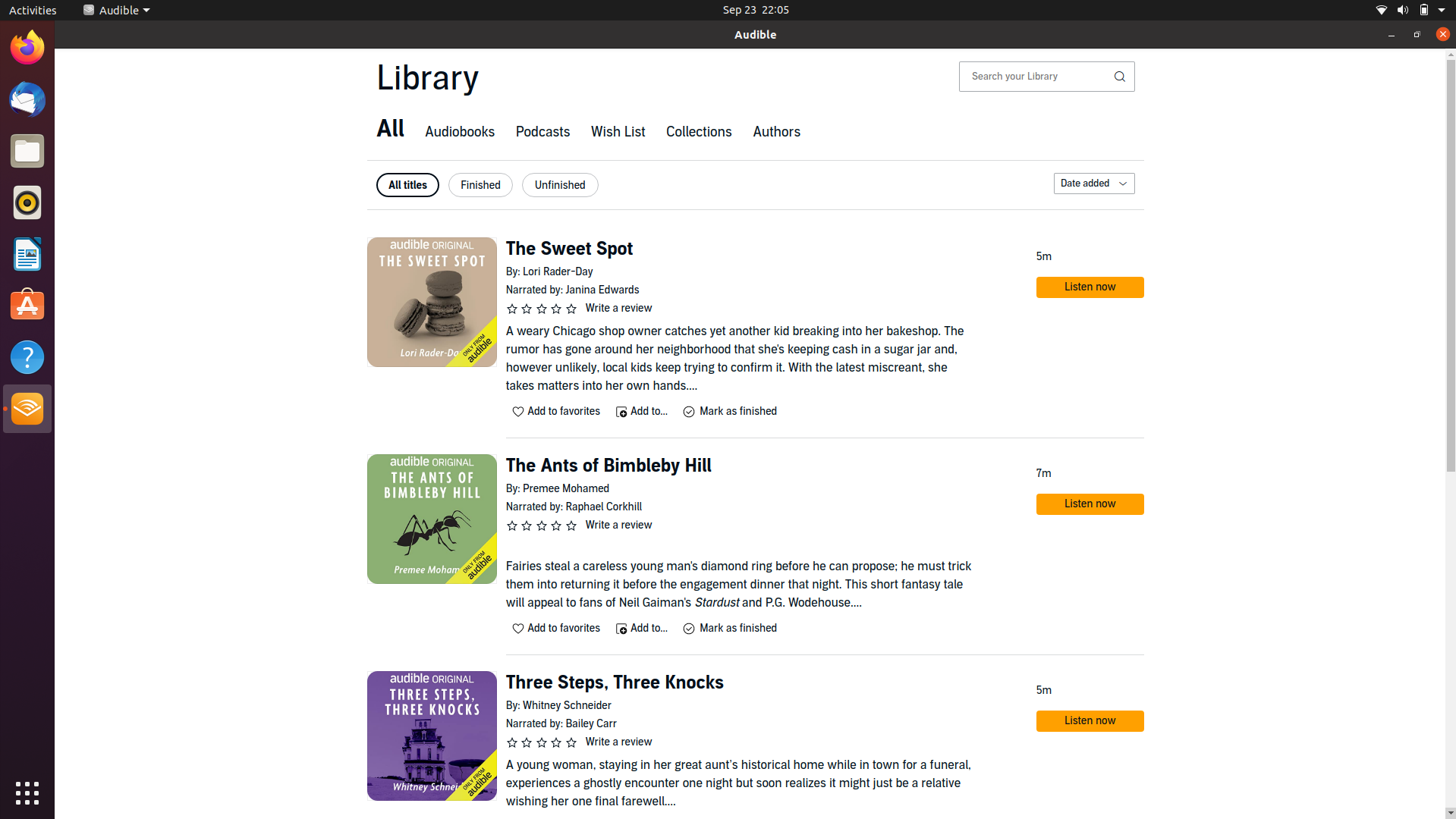  Describe the element at coordinates (697, 133) in the screenshot. I see `"Collections" section` at that location.